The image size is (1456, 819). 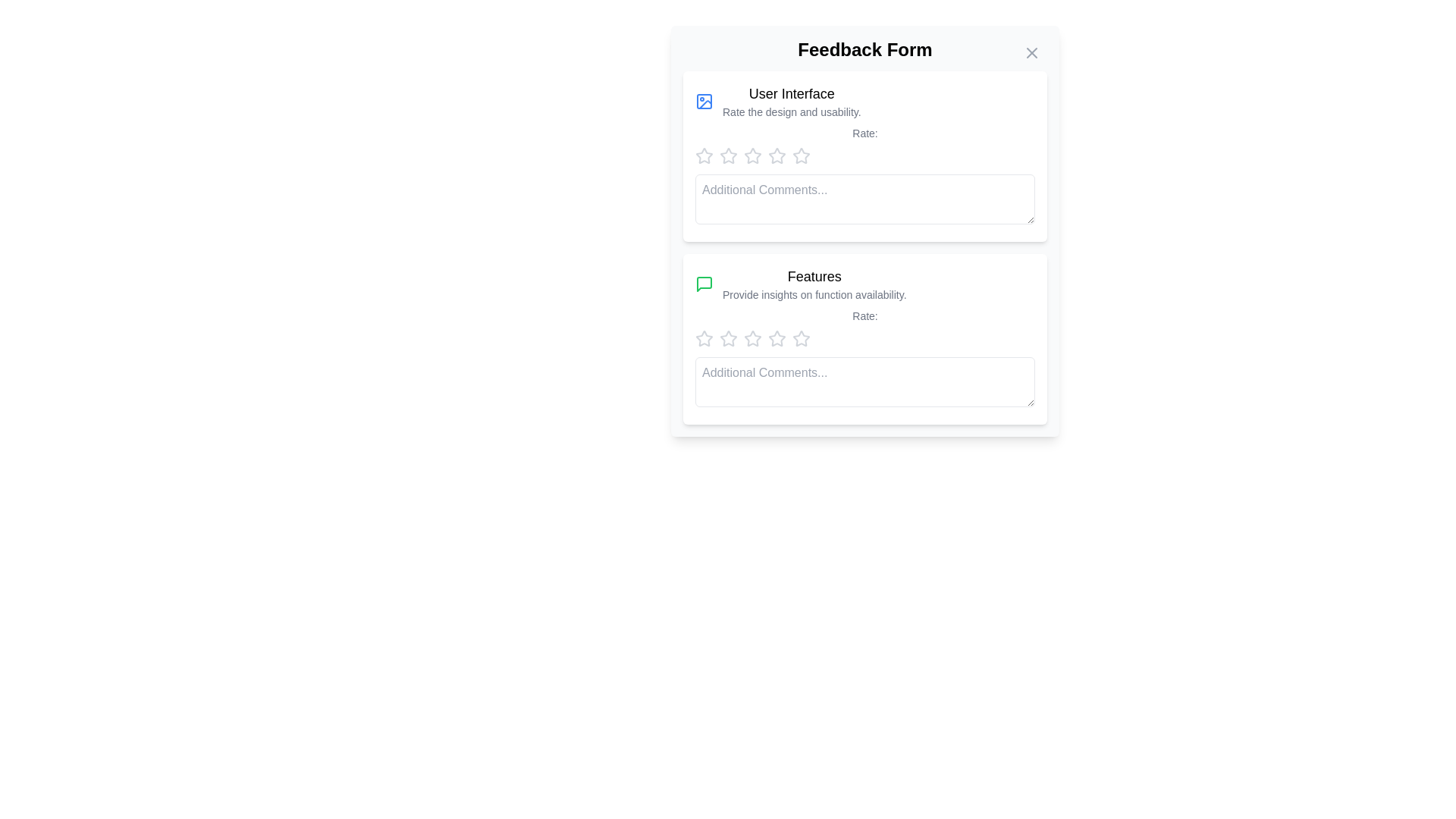 I want to click on the second star icon in the rating component of the feedback form, so click(x=753, y=155).